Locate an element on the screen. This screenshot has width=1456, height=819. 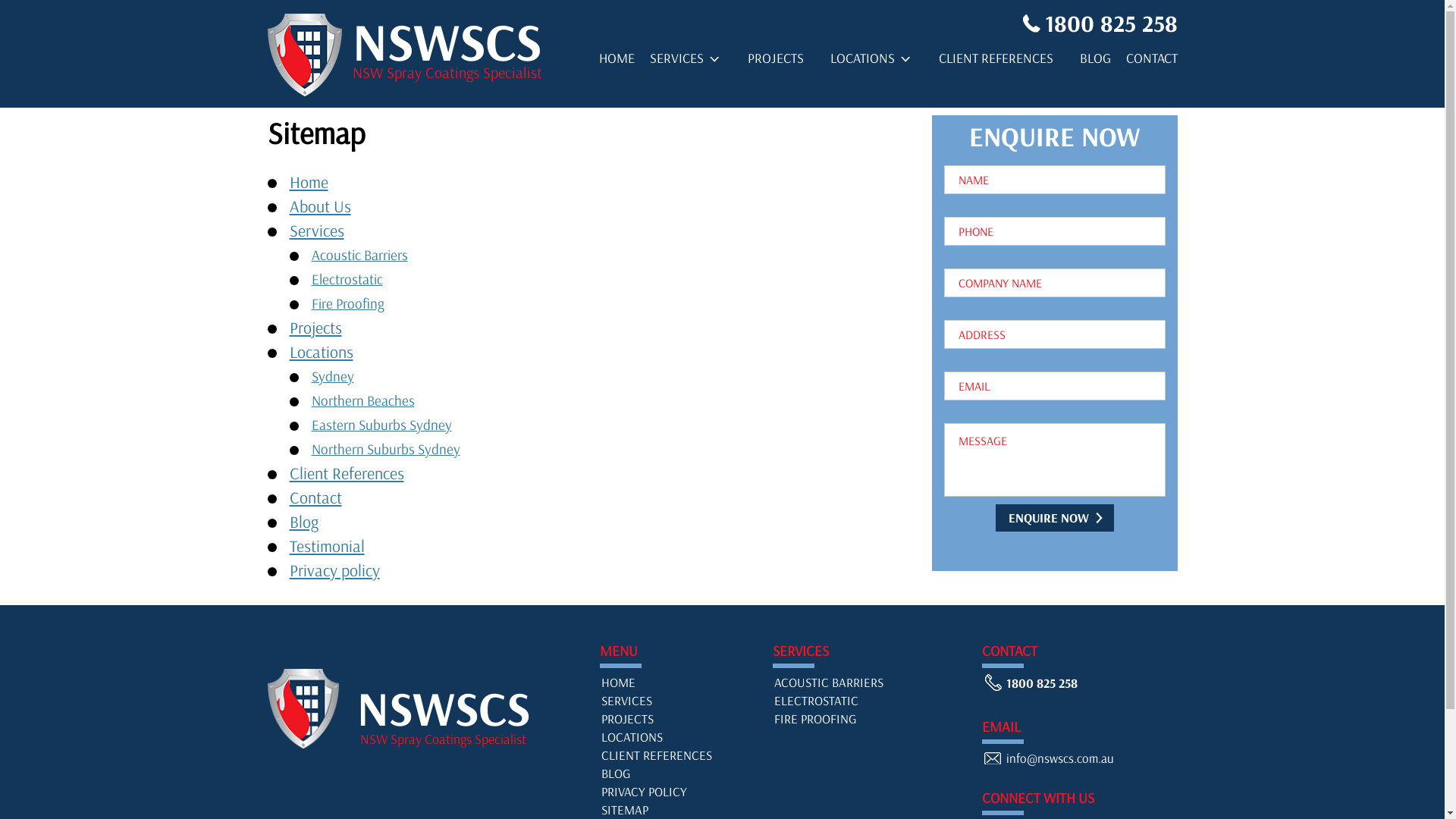
'ELECTROSTATIC' is located at coordinates (773, 700).